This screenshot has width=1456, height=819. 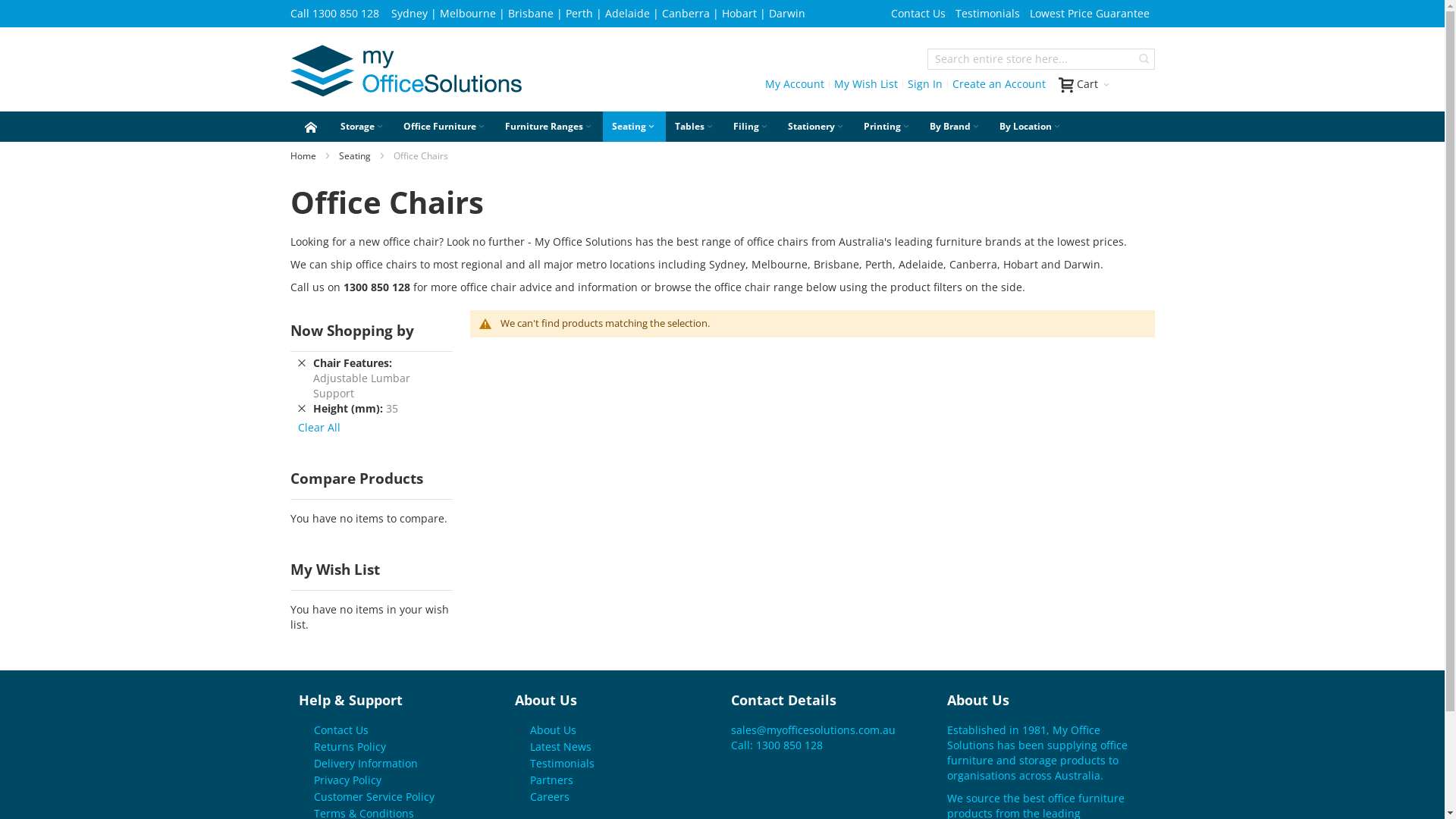 I want to click on 'Sydney', so click(x=409, y=13).